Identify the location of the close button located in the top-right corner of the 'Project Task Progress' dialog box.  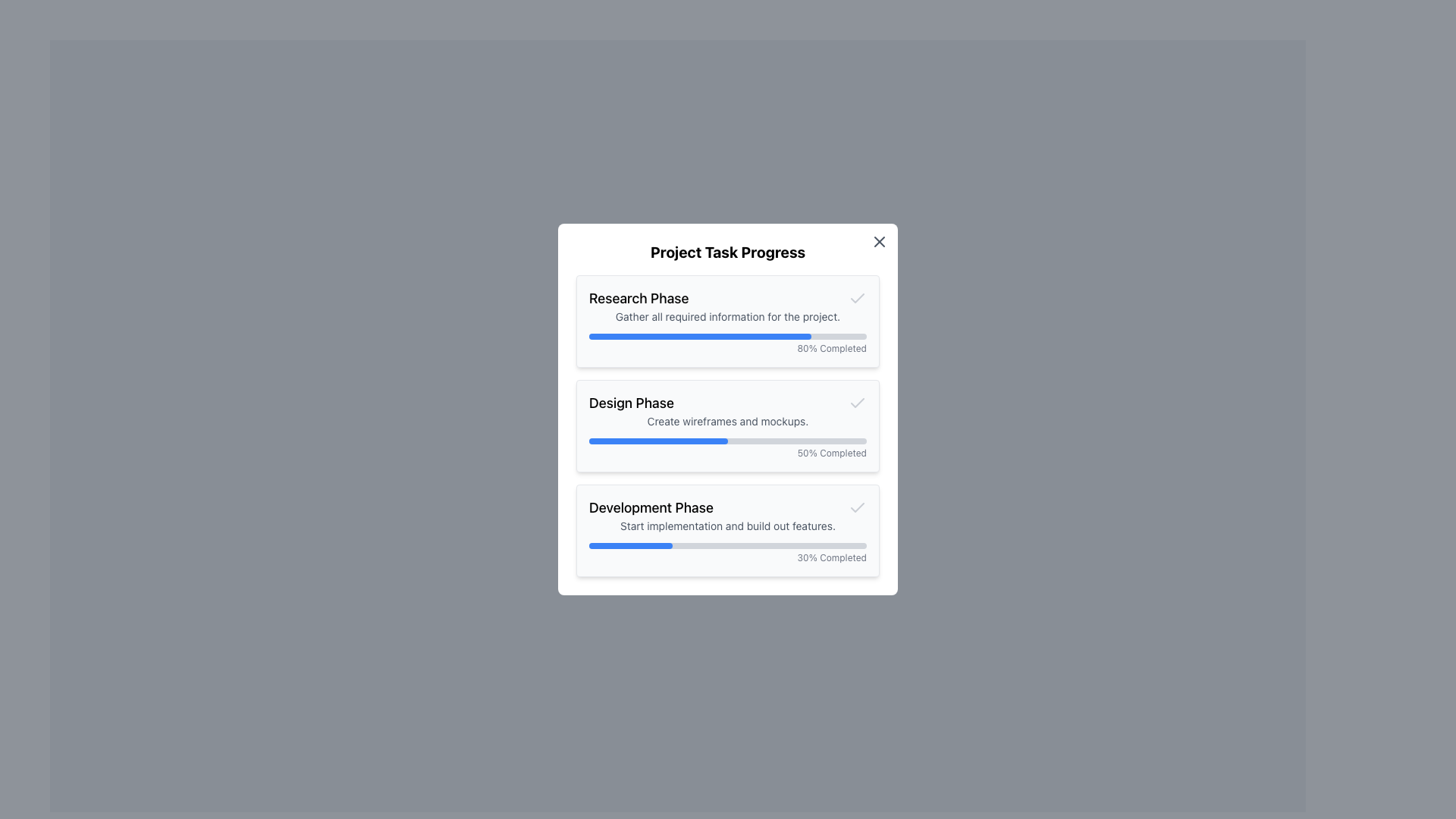
(880, 241).